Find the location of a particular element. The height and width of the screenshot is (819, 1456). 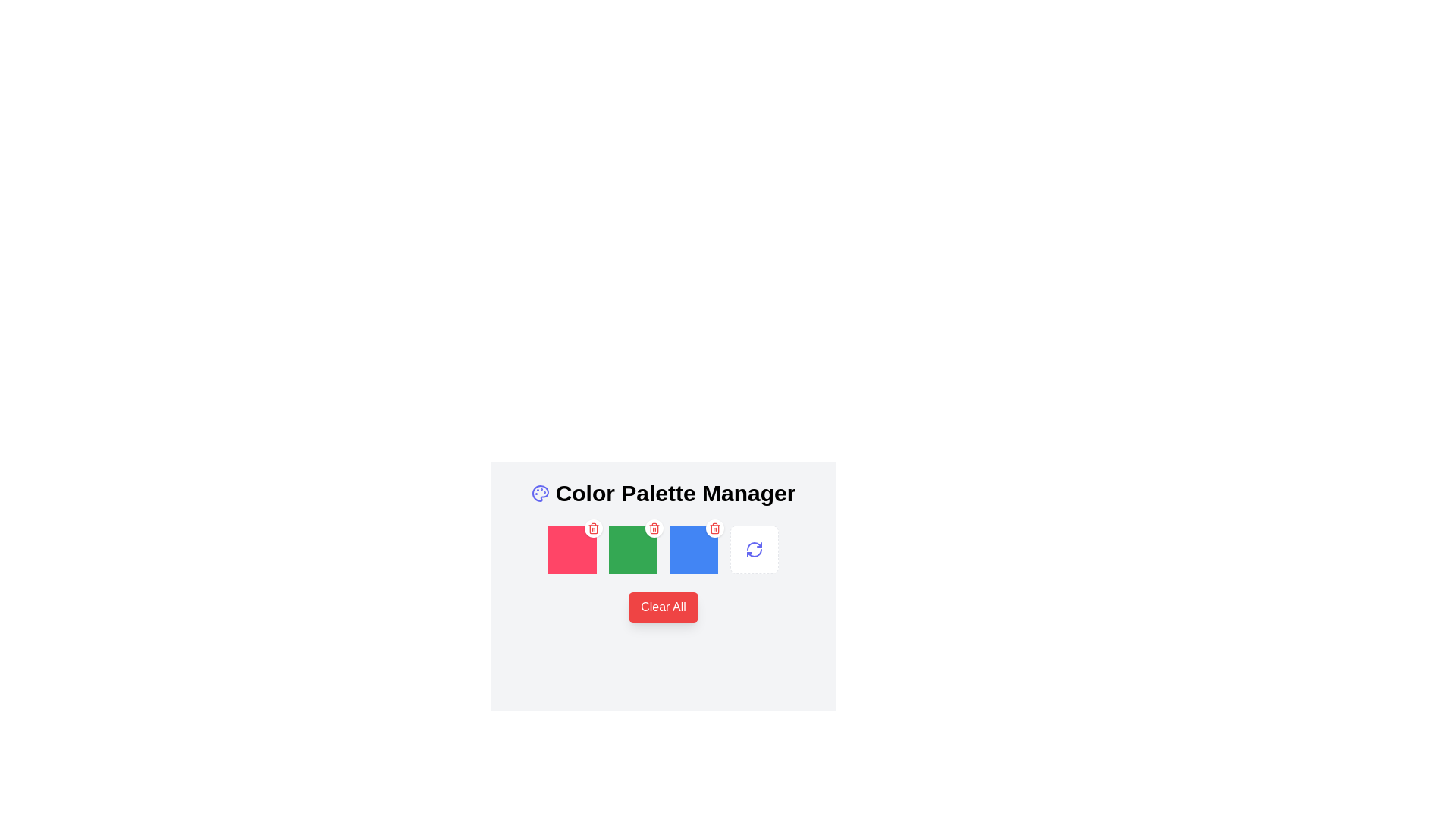

the red trash bin icon button located in the upper-right corner of the green block is located at coordinates (592, 528).